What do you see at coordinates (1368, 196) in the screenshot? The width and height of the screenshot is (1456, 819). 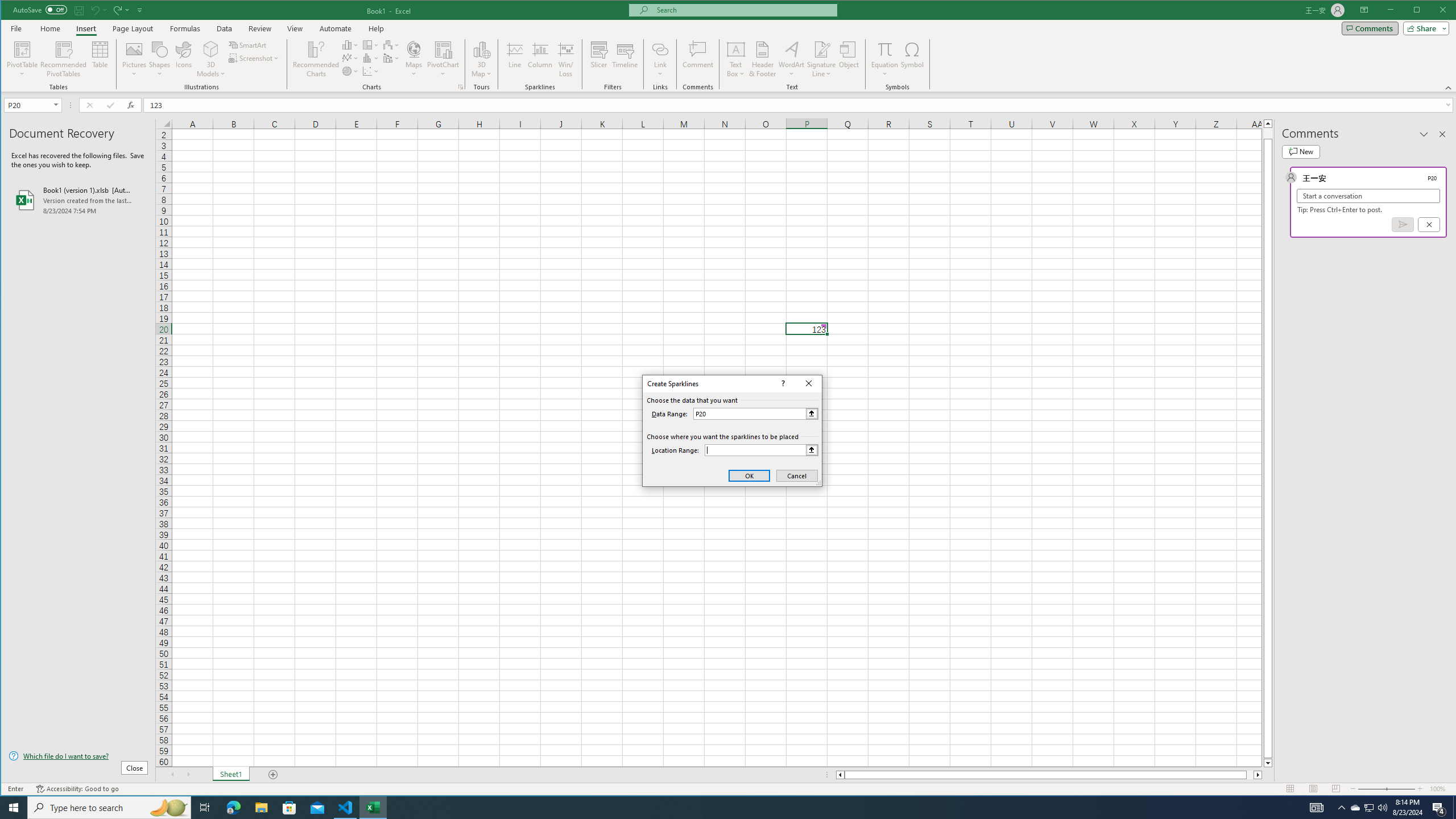 I see `'Start a conversation'` at bounding box center [1368, 196].